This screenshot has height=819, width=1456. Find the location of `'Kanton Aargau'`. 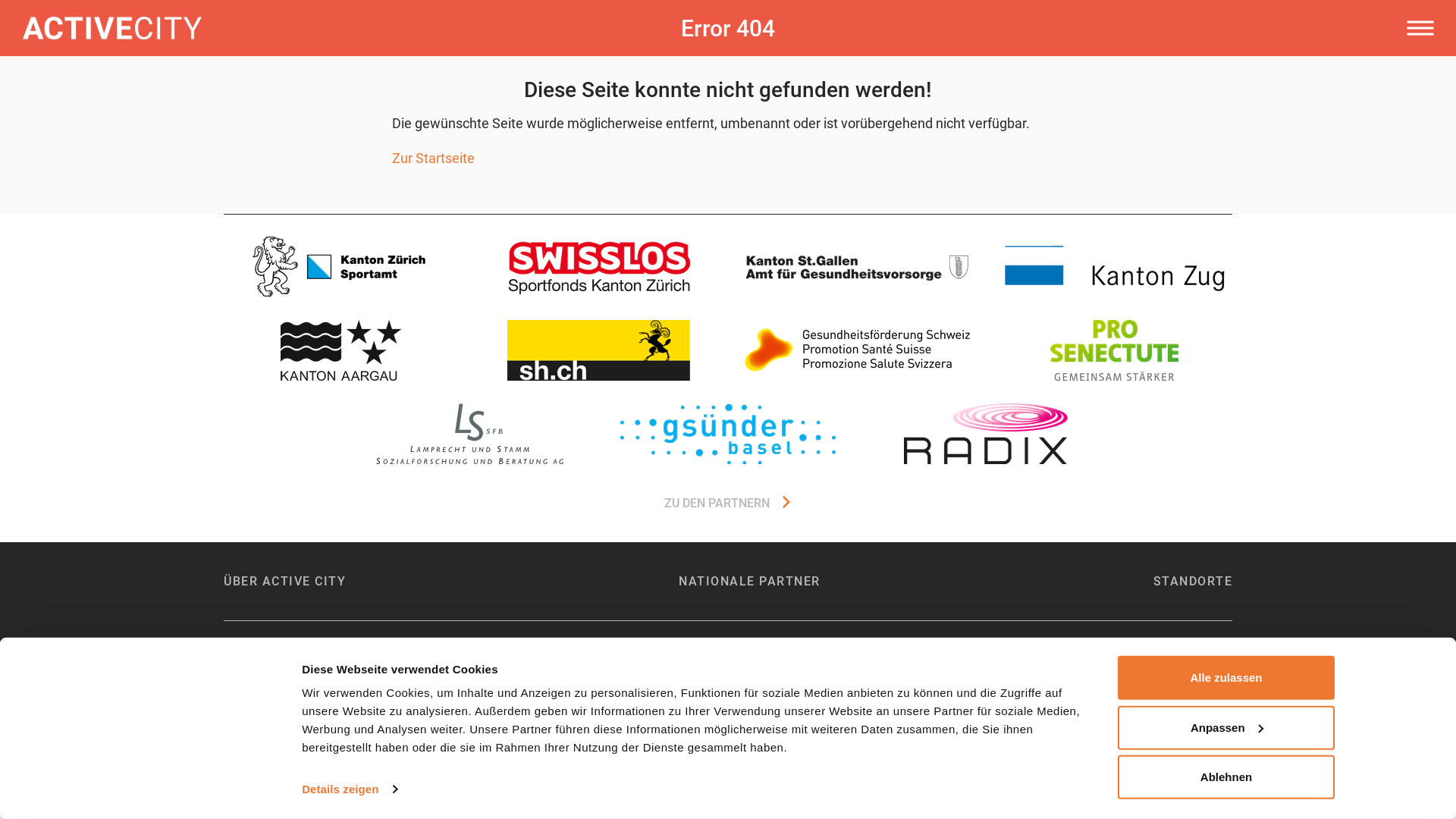

'Kanton Aargau' is located at coordinates (340, 350).